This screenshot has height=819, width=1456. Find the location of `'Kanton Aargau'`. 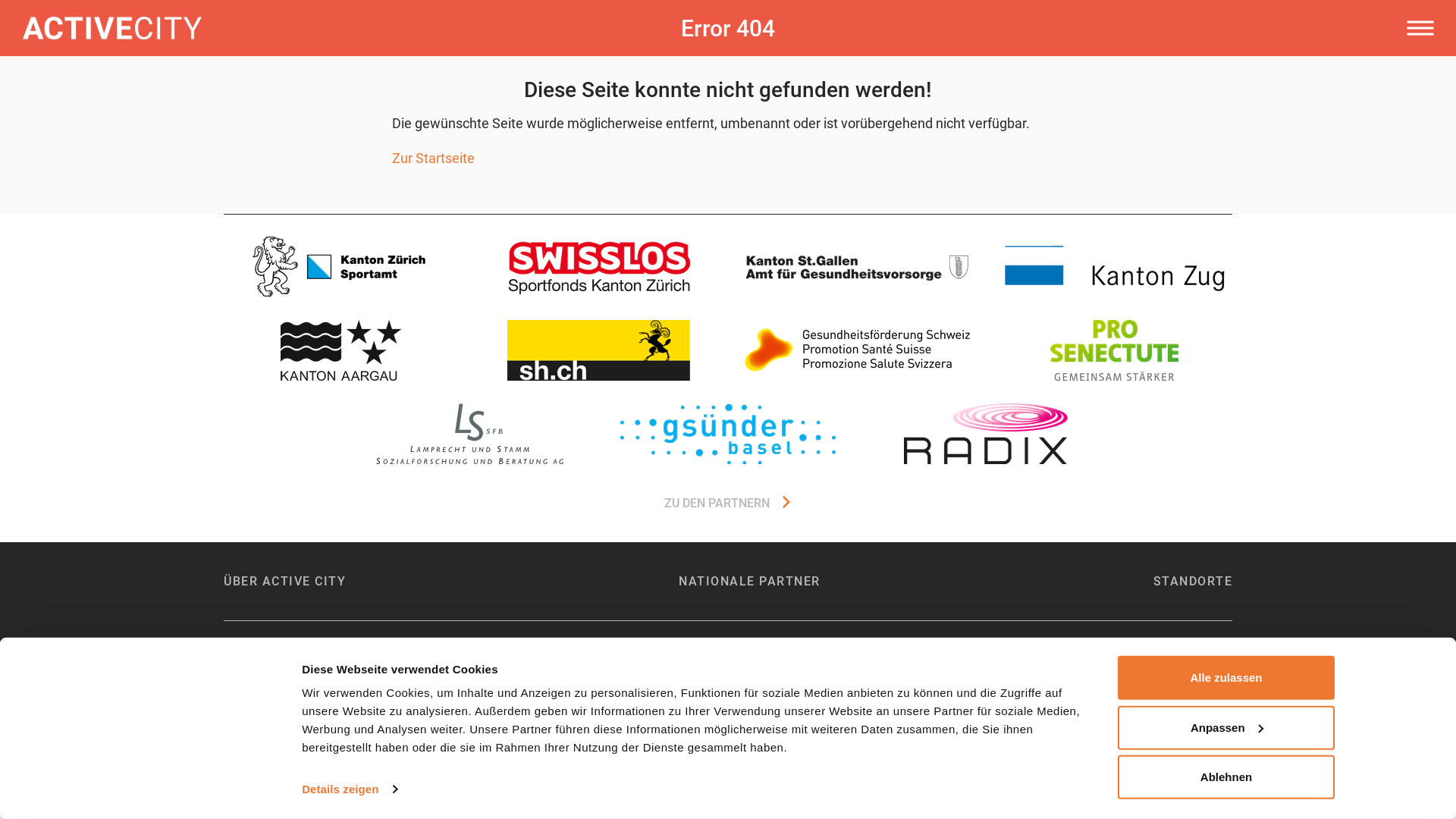

'Kanton Aargau' is located at coordinates (340, 350).